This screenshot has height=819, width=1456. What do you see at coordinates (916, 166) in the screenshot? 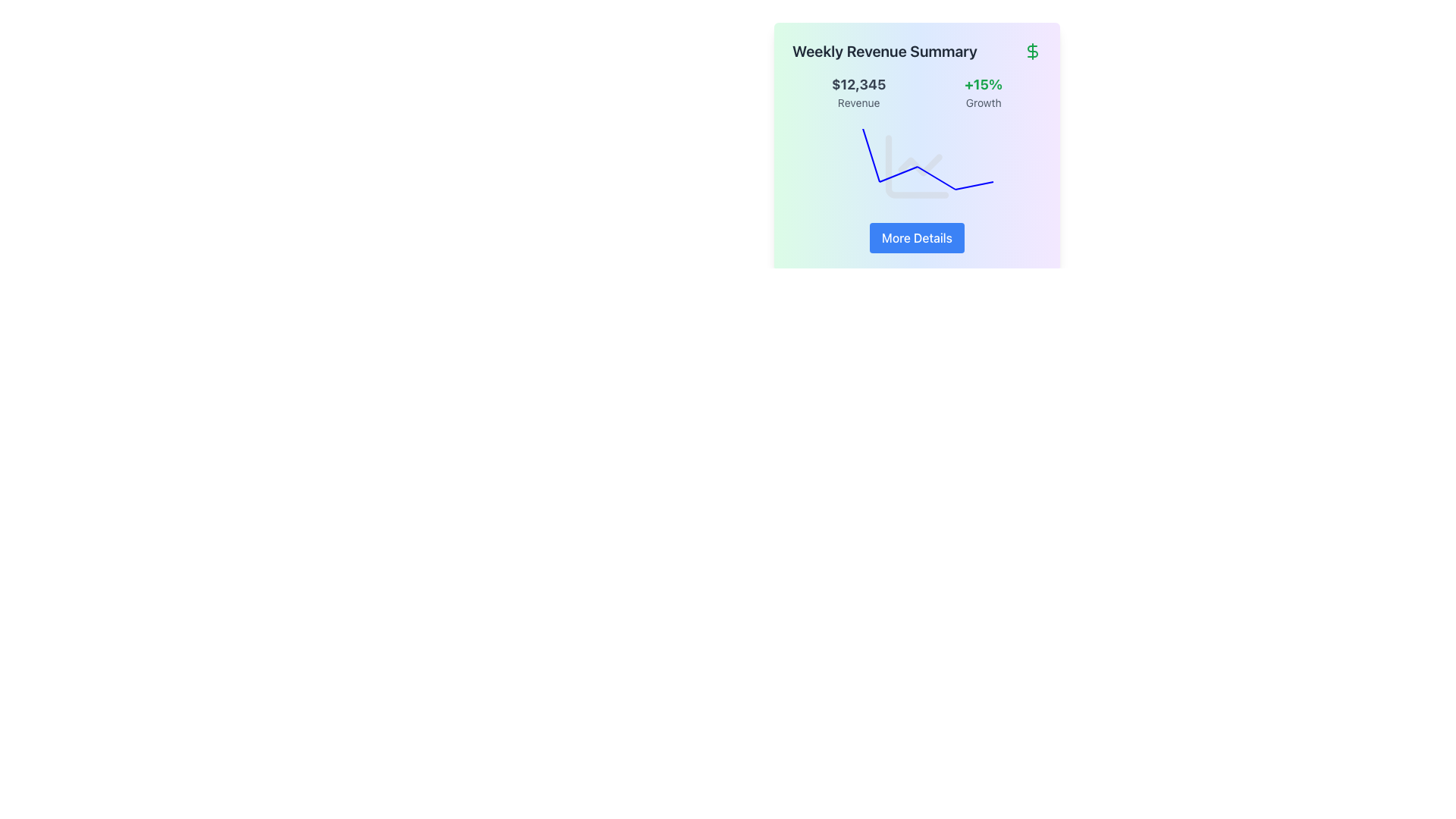
I see `the visual data representation of the Graphical Display located in the 'Weekly Revenue Summary' section, which is situated below the '$12,345 Revenue +15% Growth' text and above the 'More Details' button` at bounding box center [916, 166].